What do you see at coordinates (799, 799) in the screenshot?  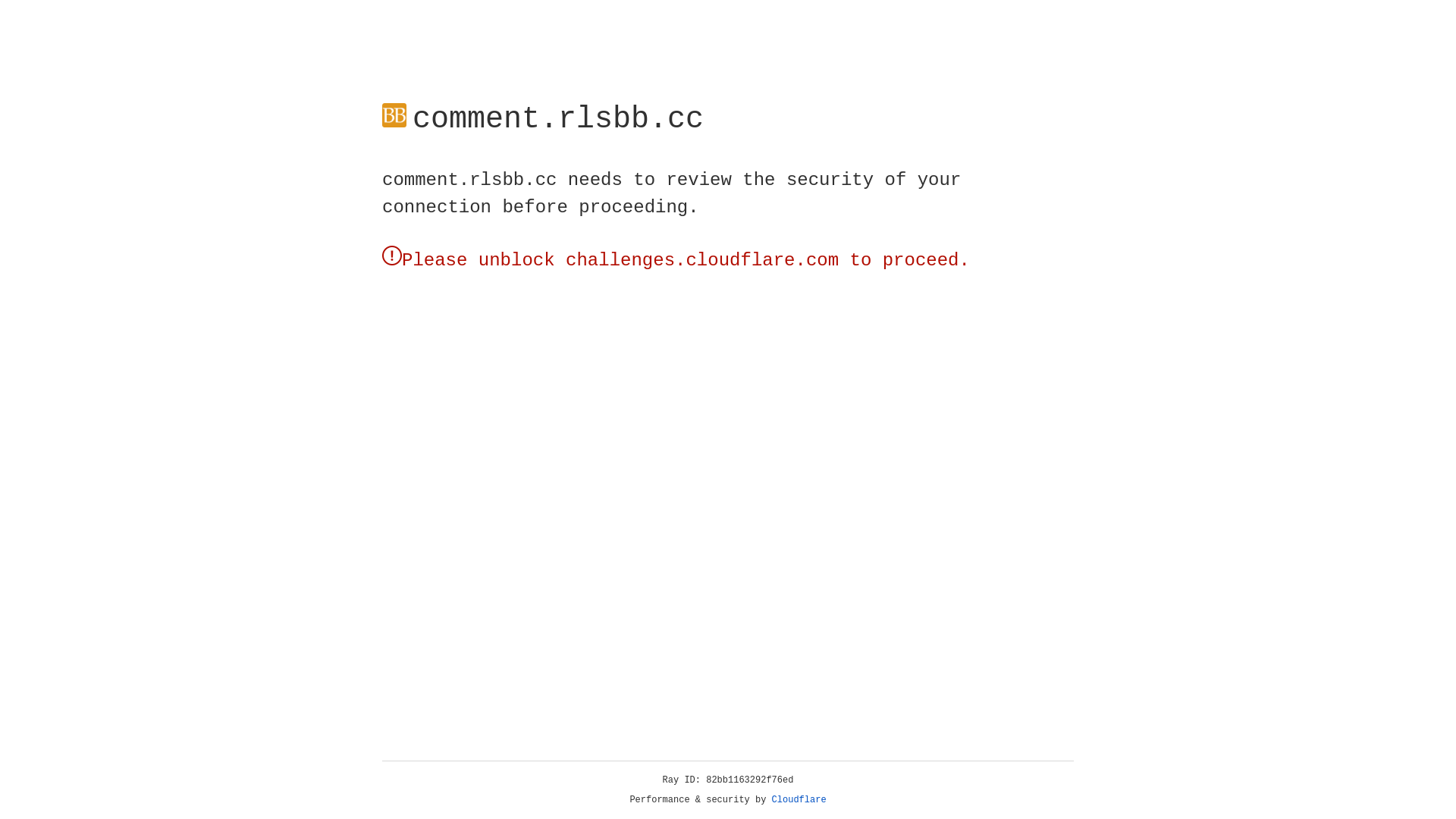 I see `'Cloudflare'` at bounding box center [799, 799].